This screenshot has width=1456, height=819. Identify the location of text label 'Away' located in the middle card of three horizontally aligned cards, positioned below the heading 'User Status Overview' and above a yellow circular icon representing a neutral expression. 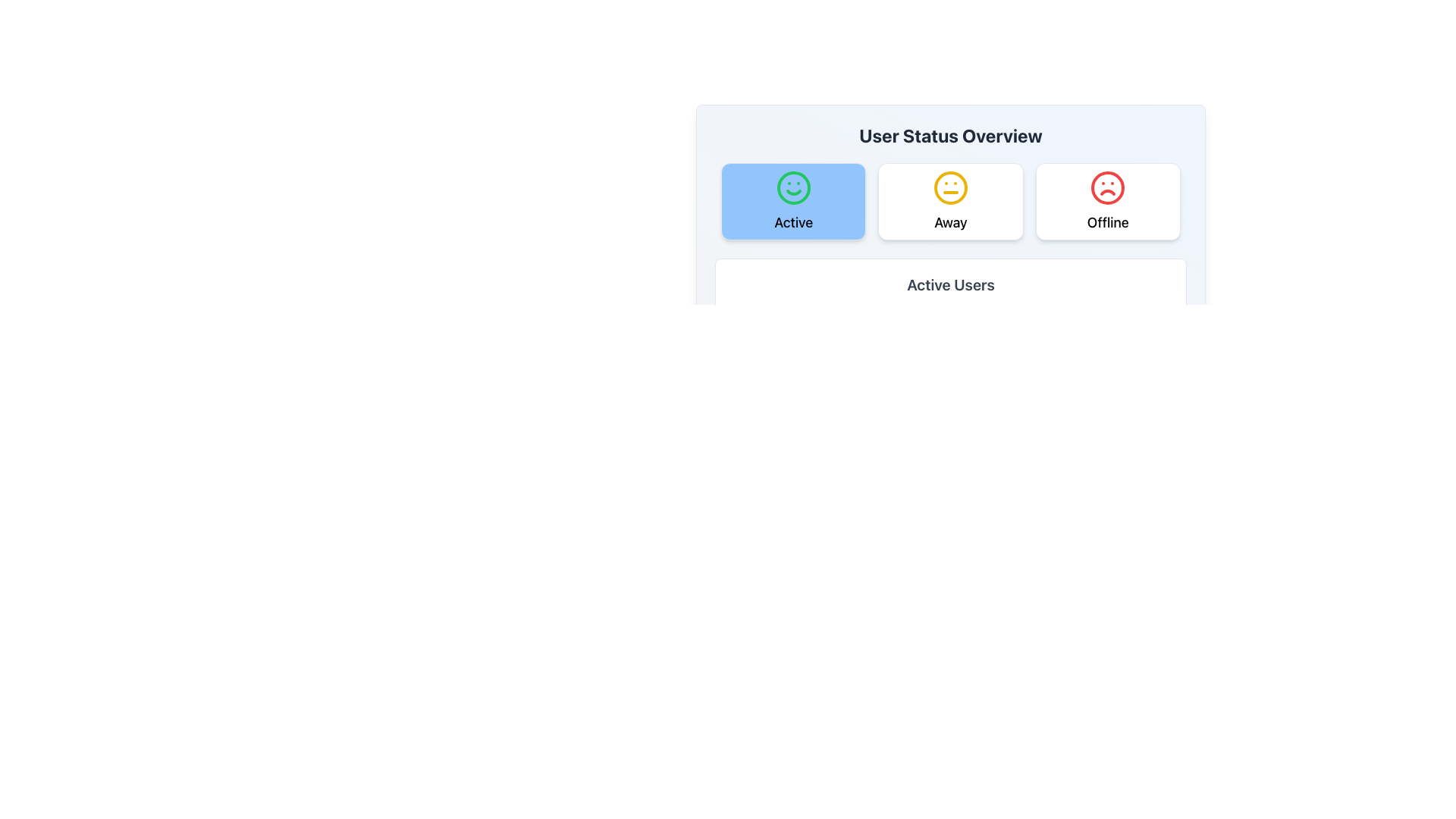
(949, 222).